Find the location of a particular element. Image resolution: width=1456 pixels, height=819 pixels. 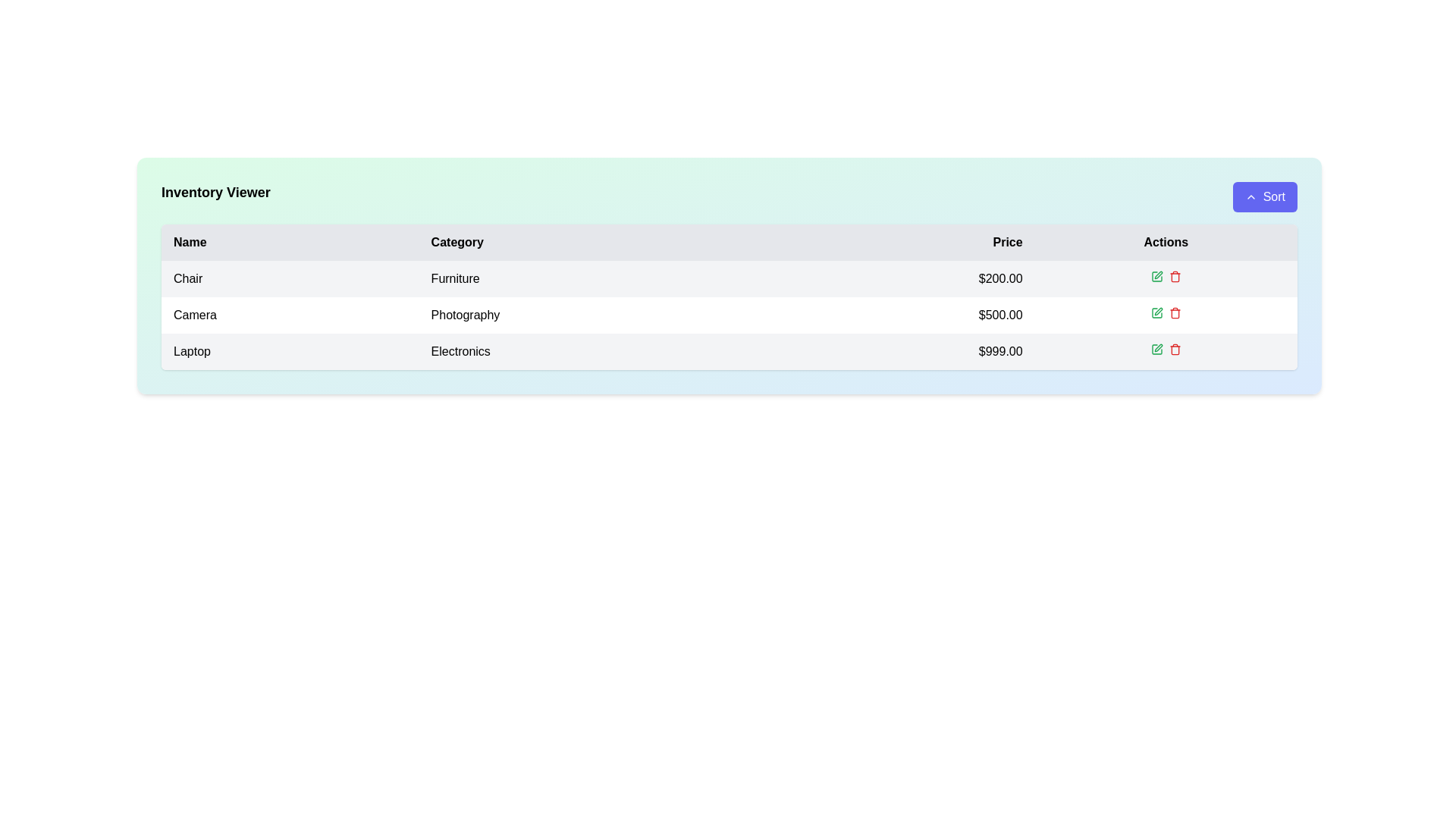

the edit icon button located in the 'Actions' column for the second item ('Camera') in the table to initiate an editing action is located at coordinates (1157, 311).